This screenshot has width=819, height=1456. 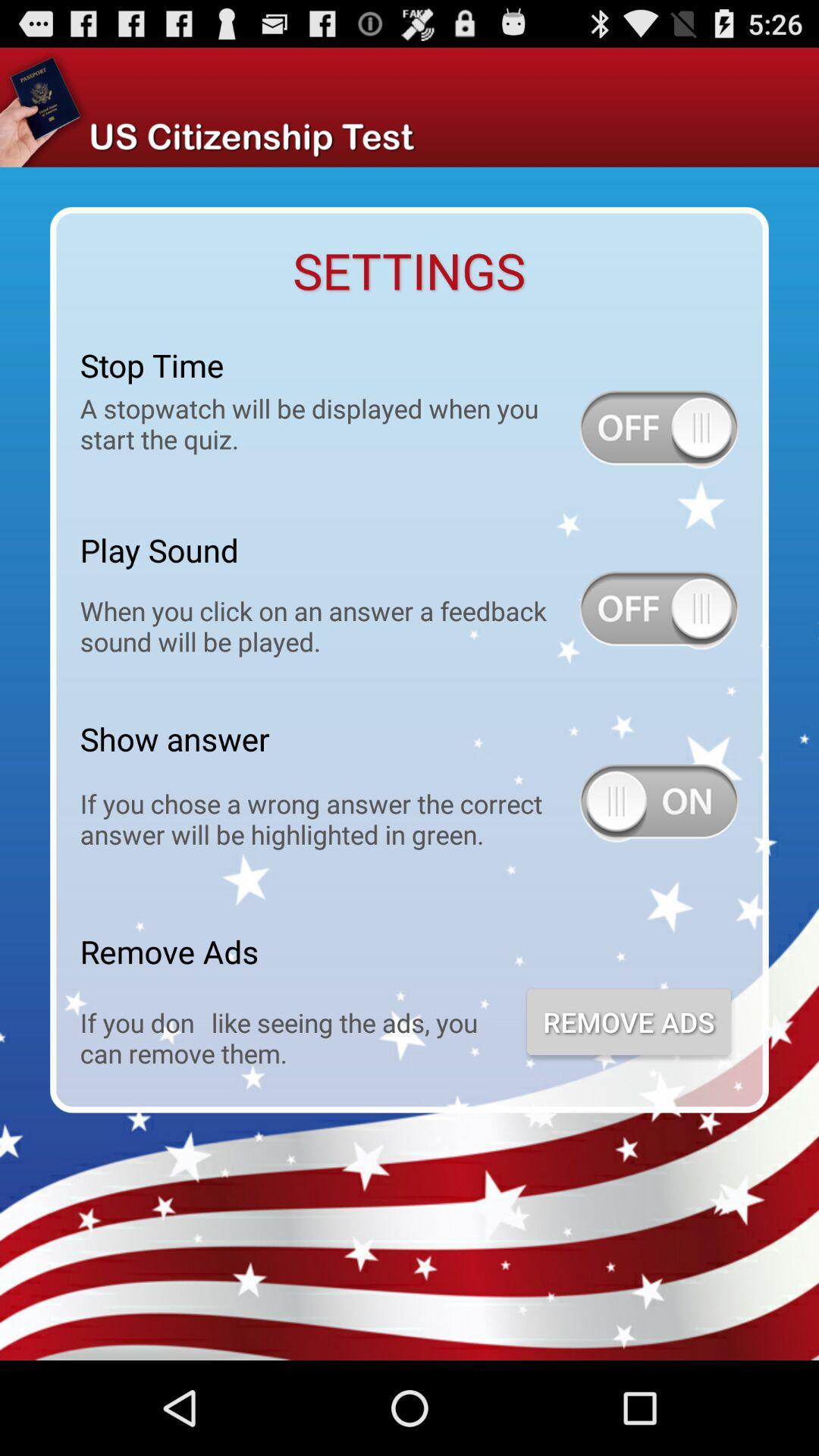 What do you see at coordinates (658, 610) in the screenshot?
I see `turn on sound when answering feedback` at bounding box center [658, 610].